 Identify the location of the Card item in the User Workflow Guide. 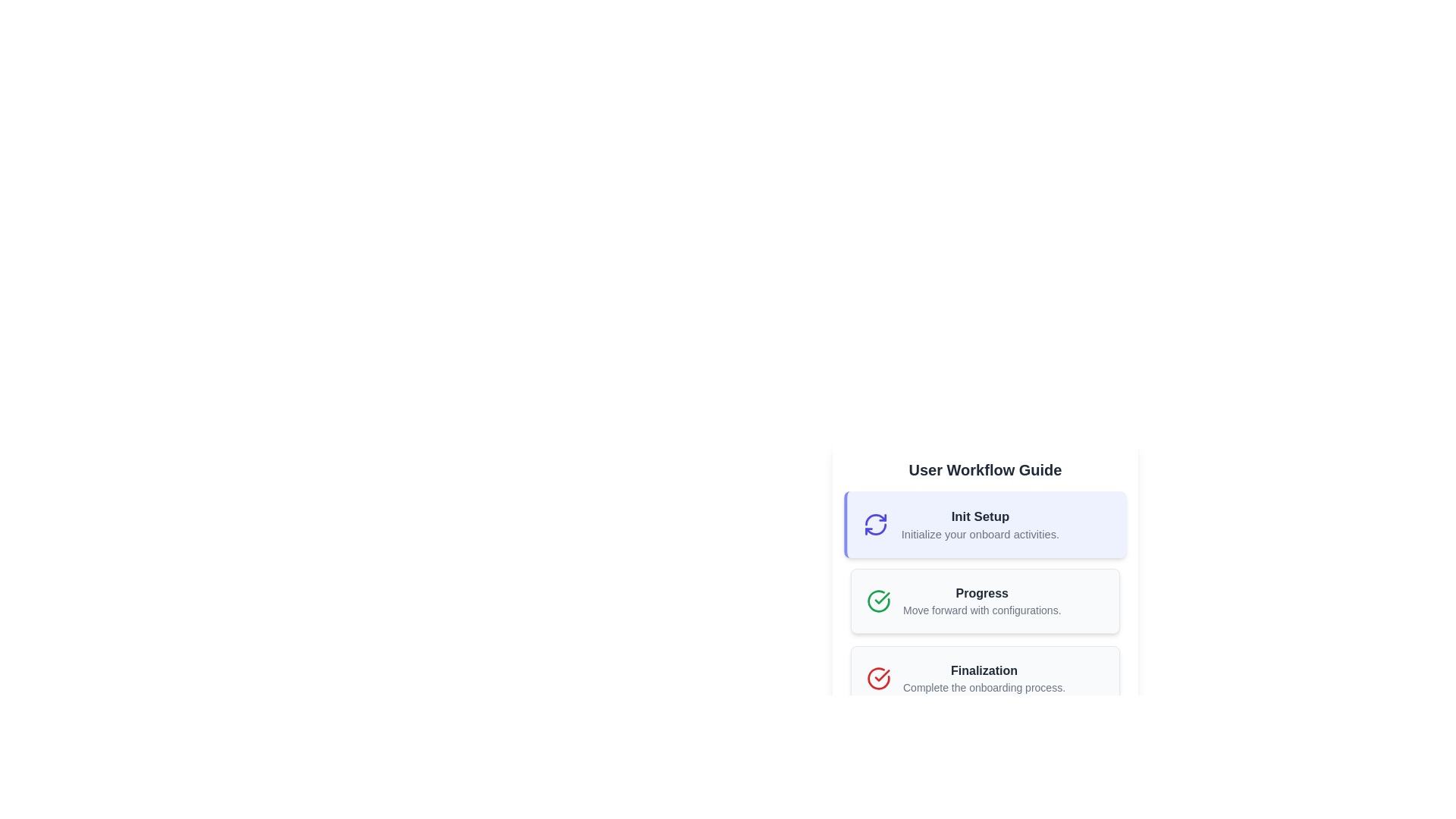
(985, 601).